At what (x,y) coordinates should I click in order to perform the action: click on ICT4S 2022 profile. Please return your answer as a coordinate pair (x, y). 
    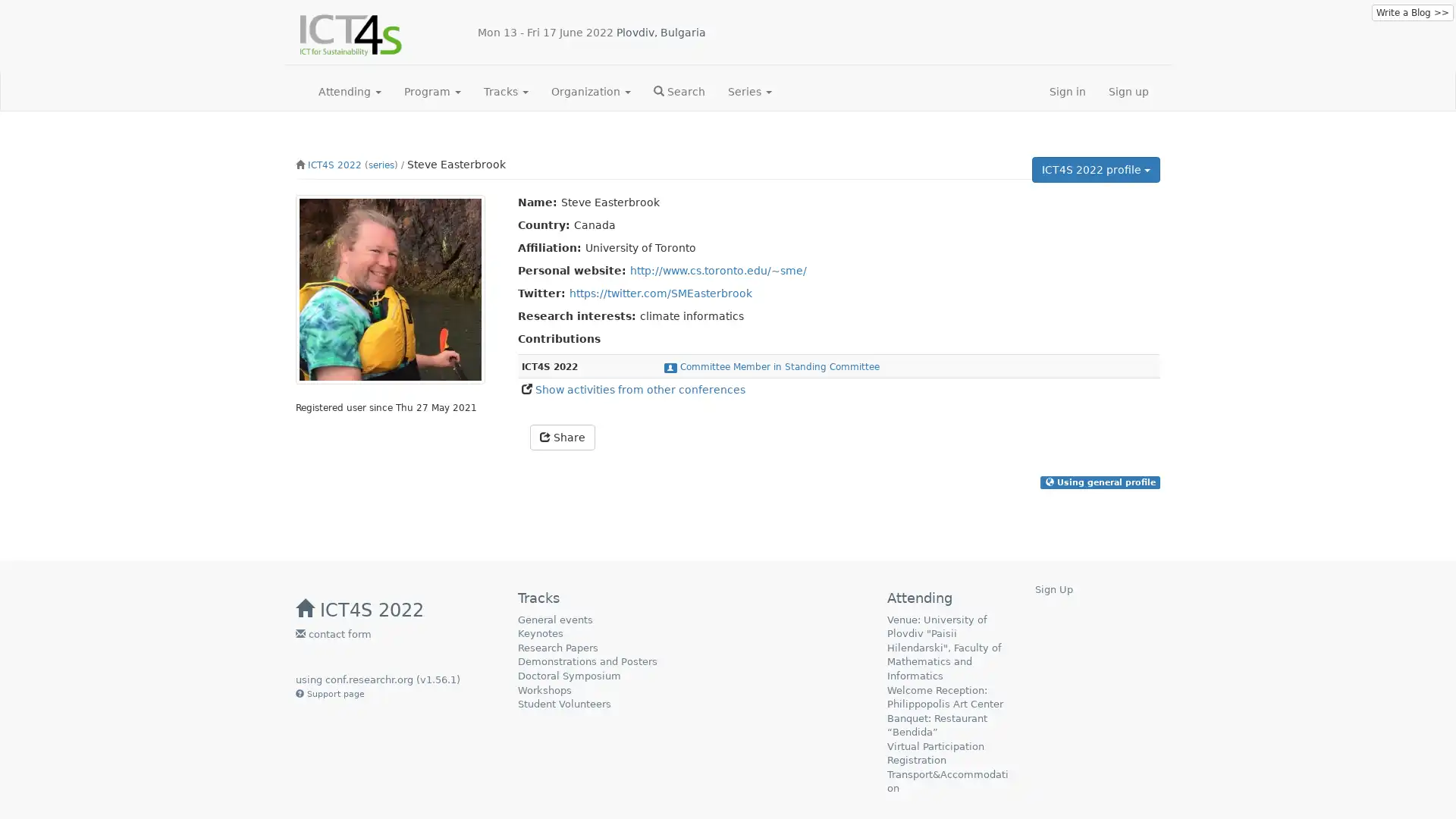
    Looking at the image, I should click on (1096, 169).